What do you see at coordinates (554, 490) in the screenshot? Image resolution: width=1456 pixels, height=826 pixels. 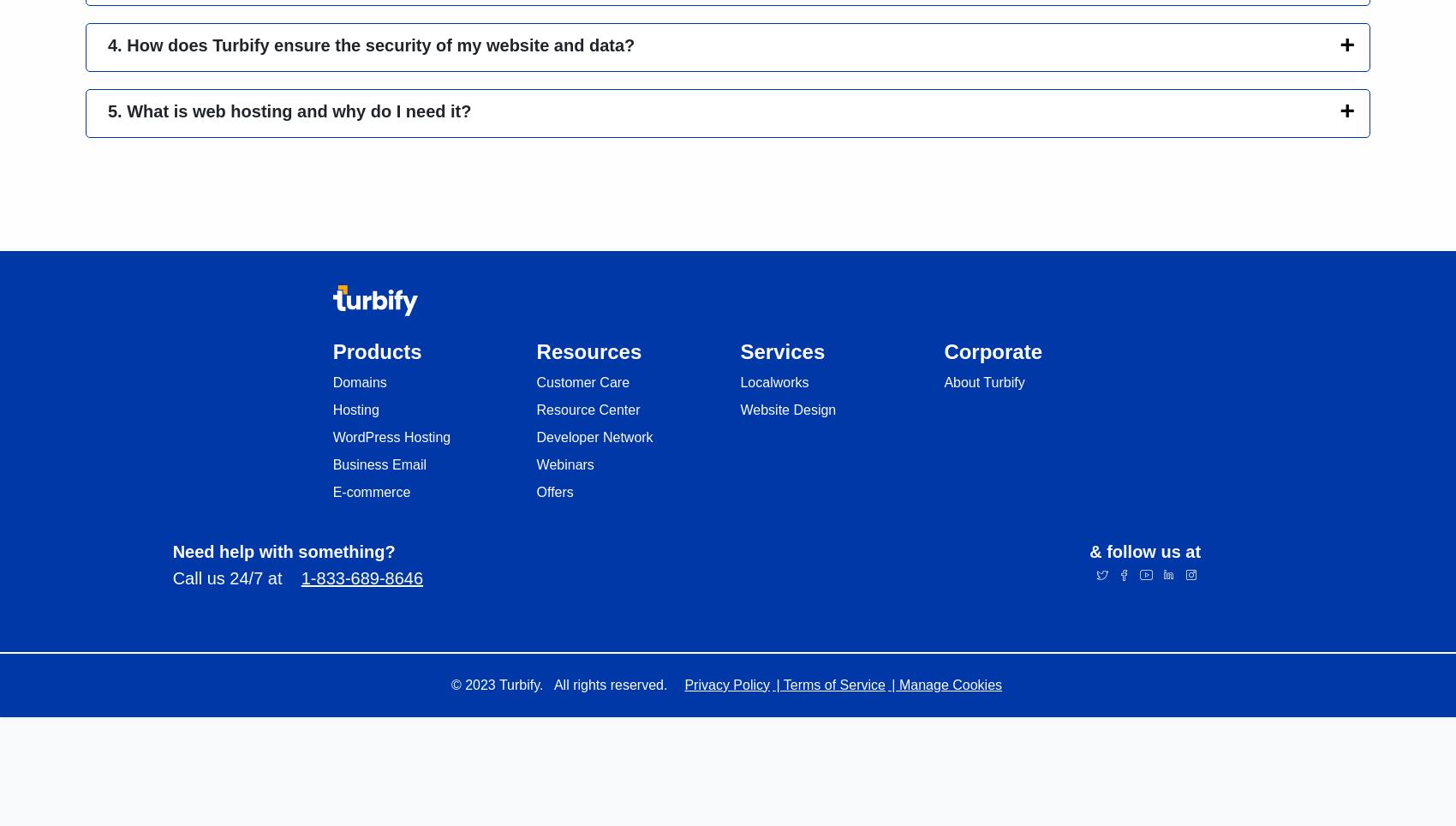 I see `'Offers'` at bounding box center [554, 490].